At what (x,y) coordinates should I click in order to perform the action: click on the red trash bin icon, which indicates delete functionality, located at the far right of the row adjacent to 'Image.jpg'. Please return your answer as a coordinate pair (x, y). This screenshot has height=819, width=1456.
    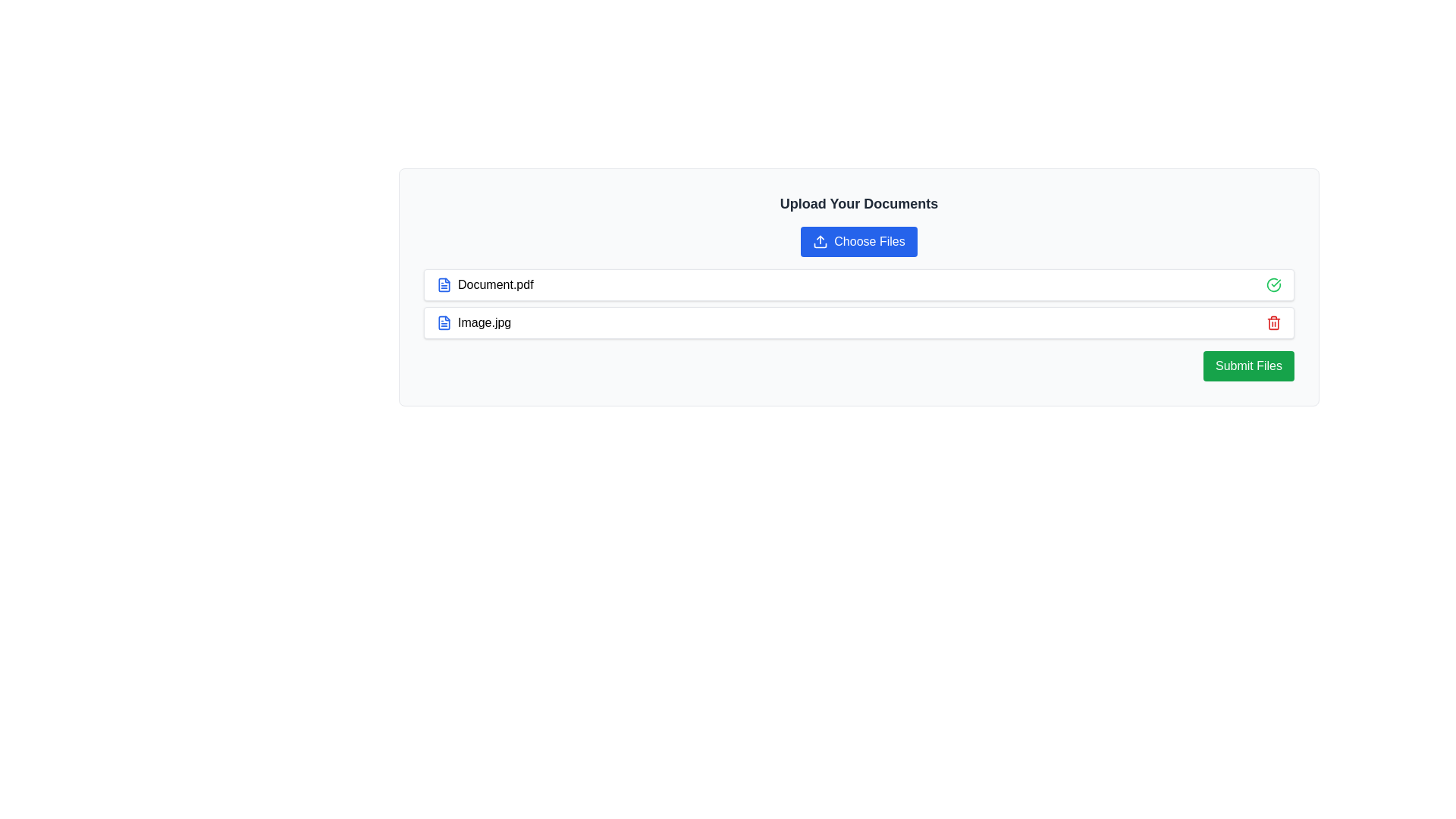
    Looking at the image, I should click on (1274, 322).